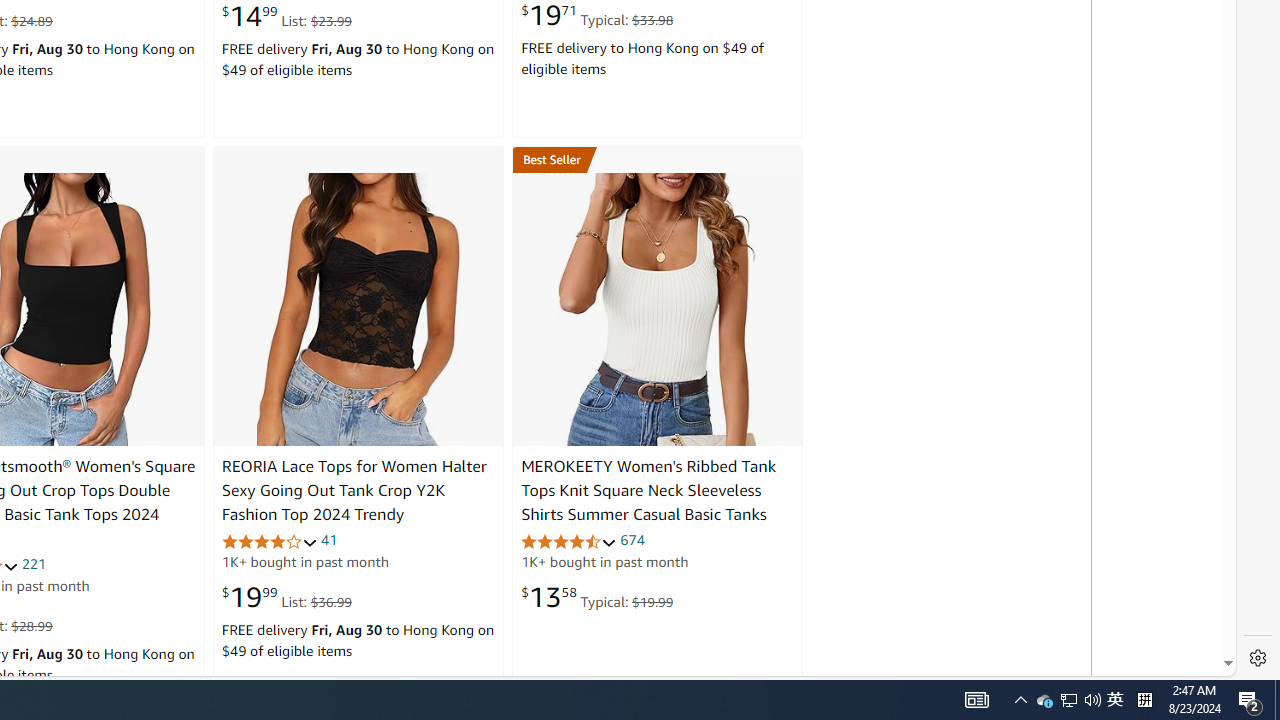  I want to click on '$19.99 List: $36.99', so click(285, 595).